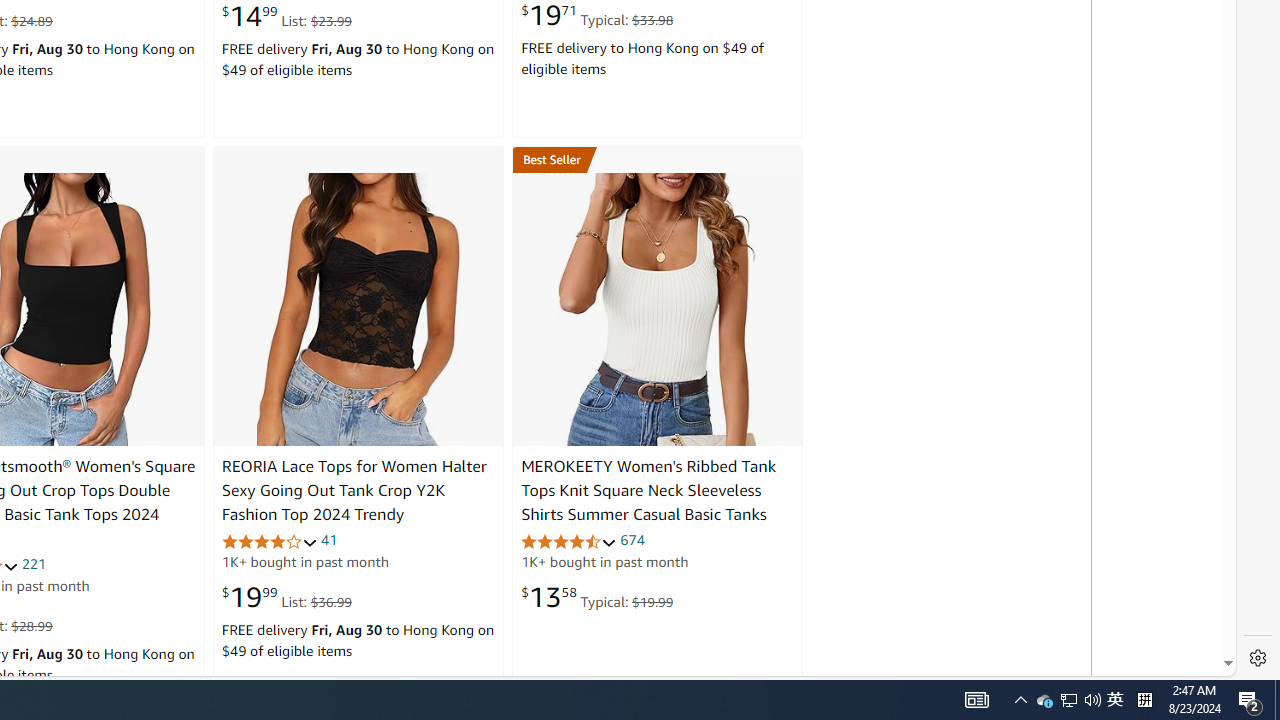  I want to click on '$19.99 List: $36.99', so click(285, 595).